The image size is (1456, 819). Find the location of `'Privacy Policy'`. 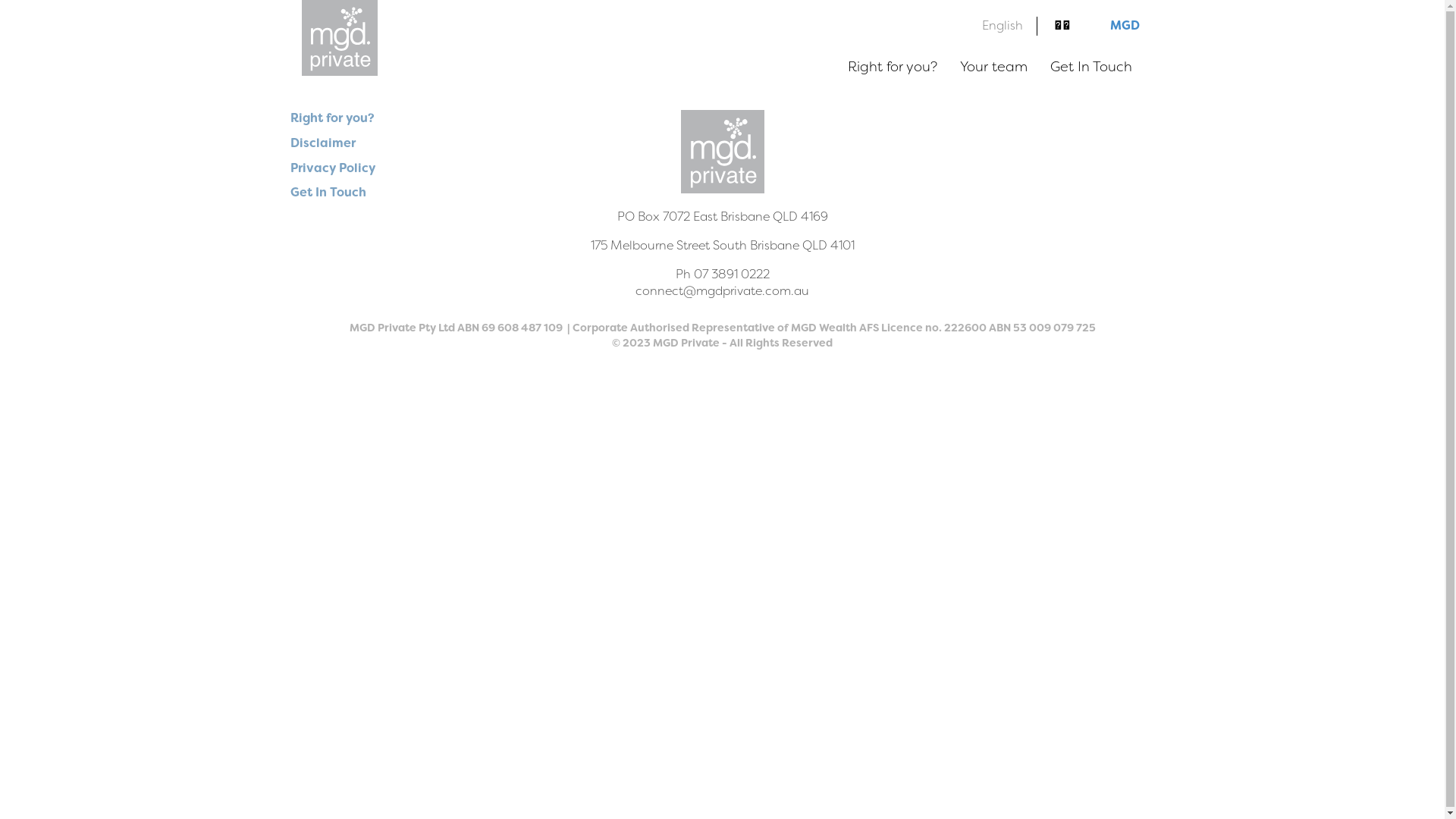

'Privacy Policy' is located at coordinates (331, 168).